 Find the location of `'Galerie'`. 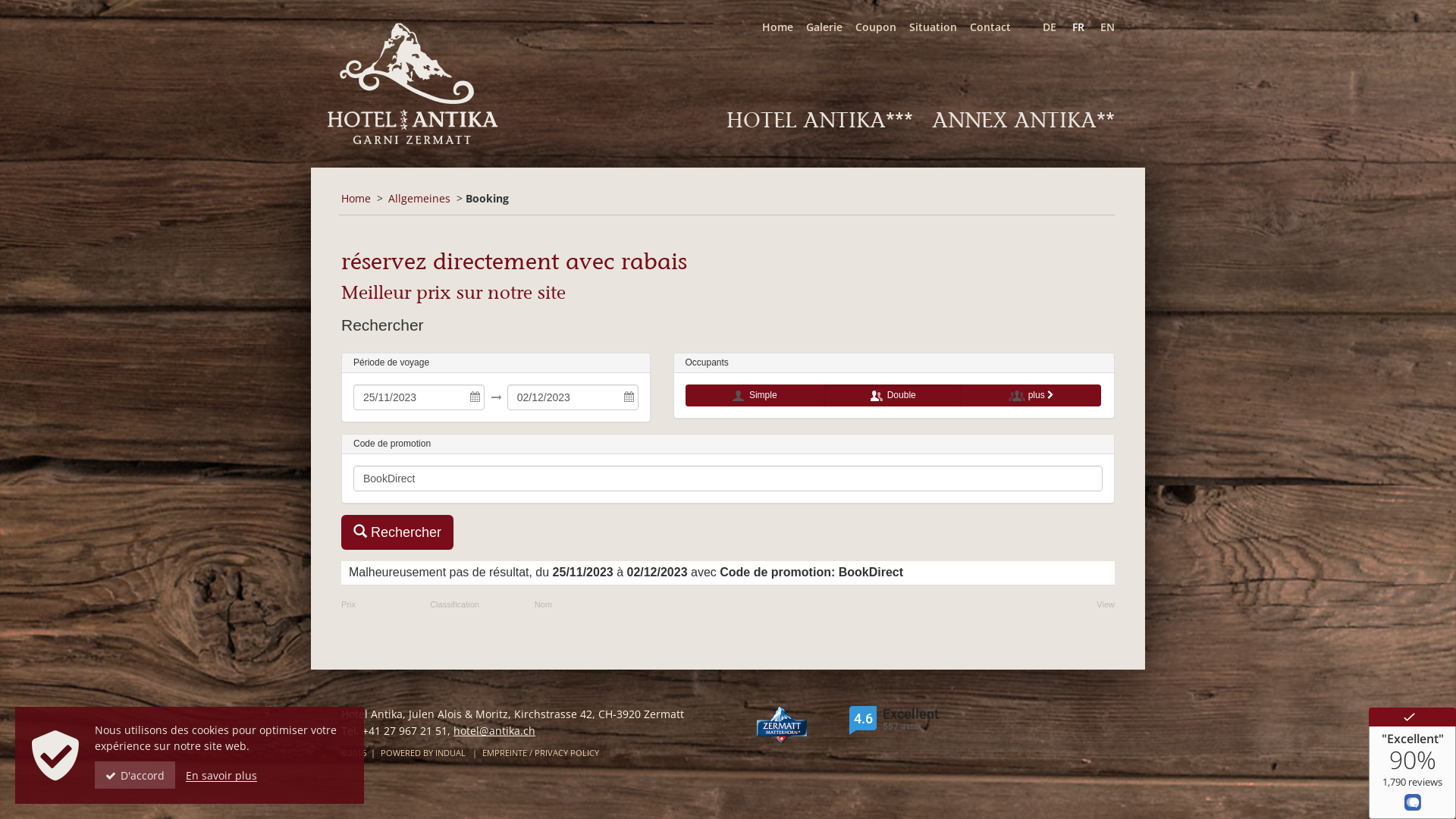

'Galerie' is located at coordinates (792, 27).